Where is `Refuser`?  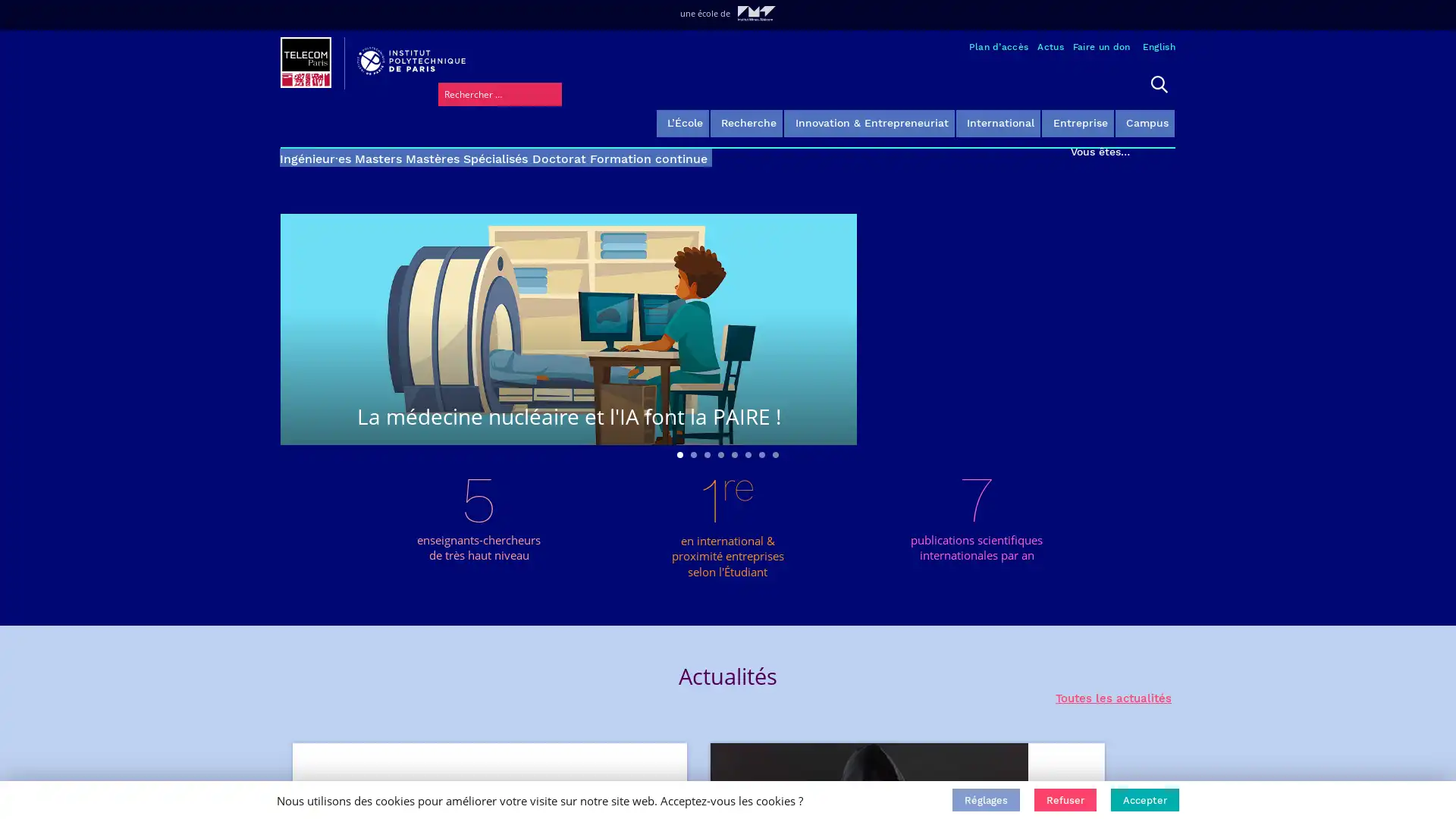 Refuser is located at coordinates (1065, 799).